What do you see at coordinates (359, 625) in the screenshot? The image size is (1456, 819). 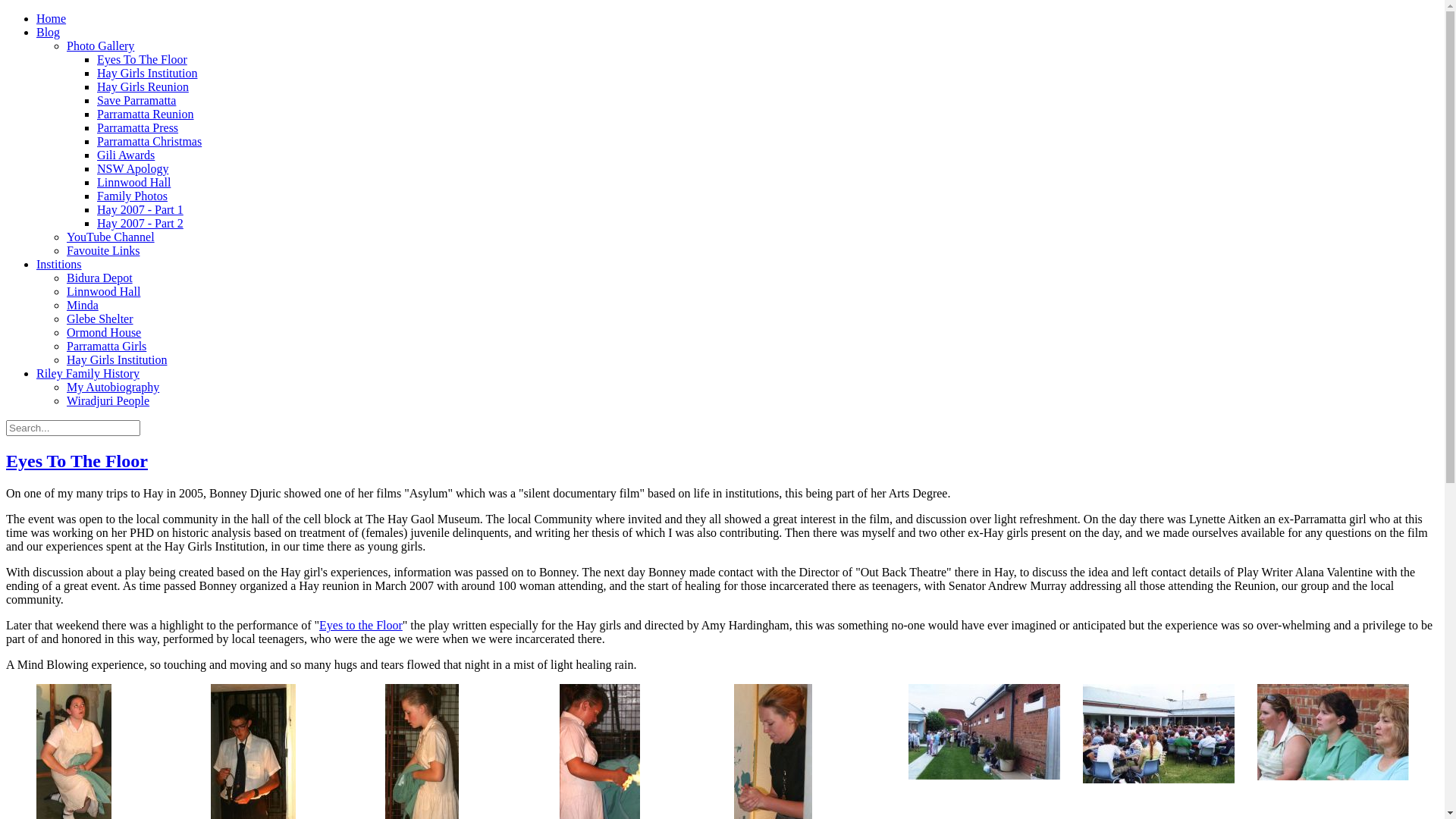 I see `'Eyes to the Floor'` at bounding box center [359, 625].